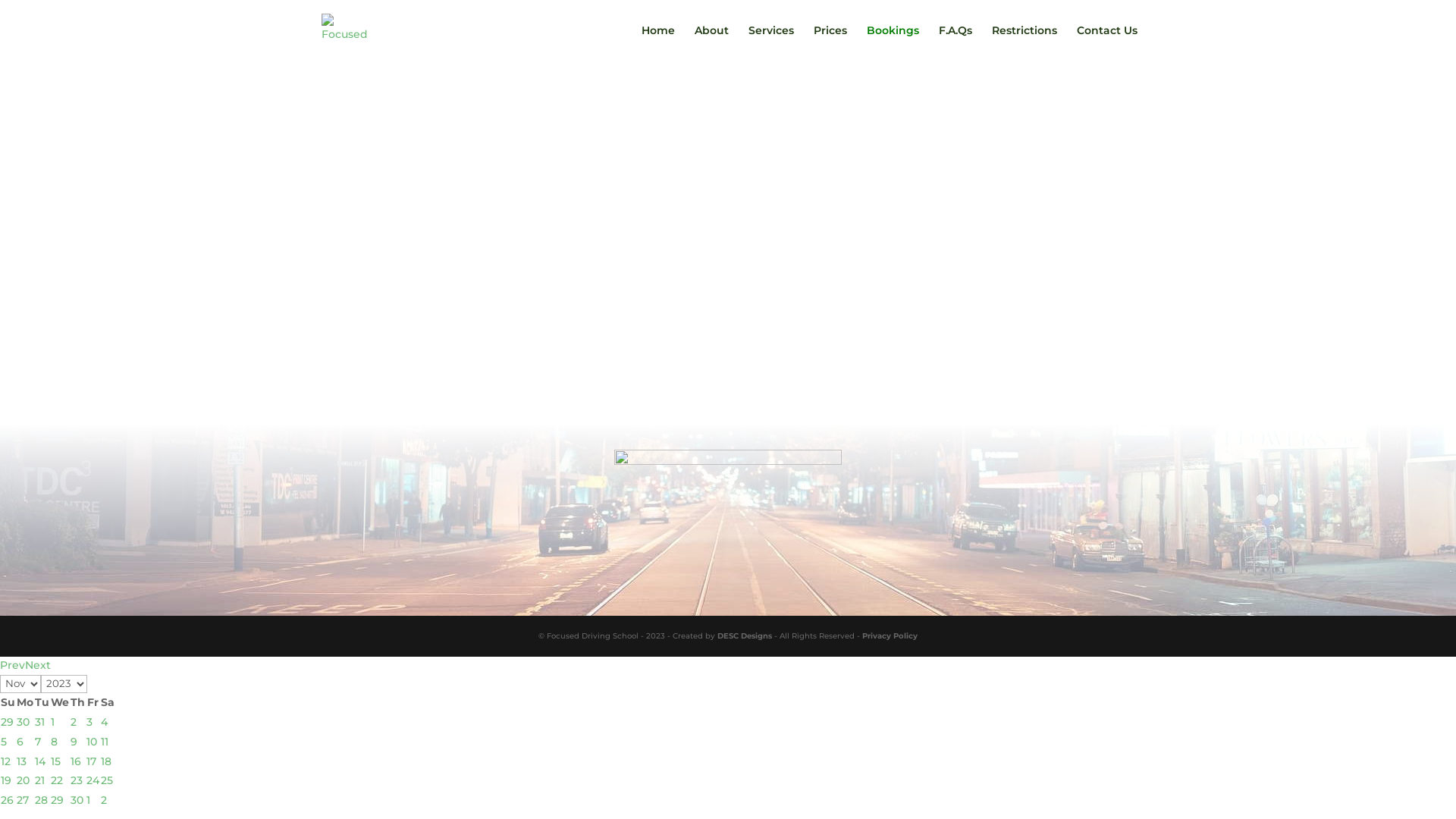 The height and width of the screenshot is (819, 1456). Describe the element at coordinates (748, 42) in the screenshot. I see `'Services'` at that location.